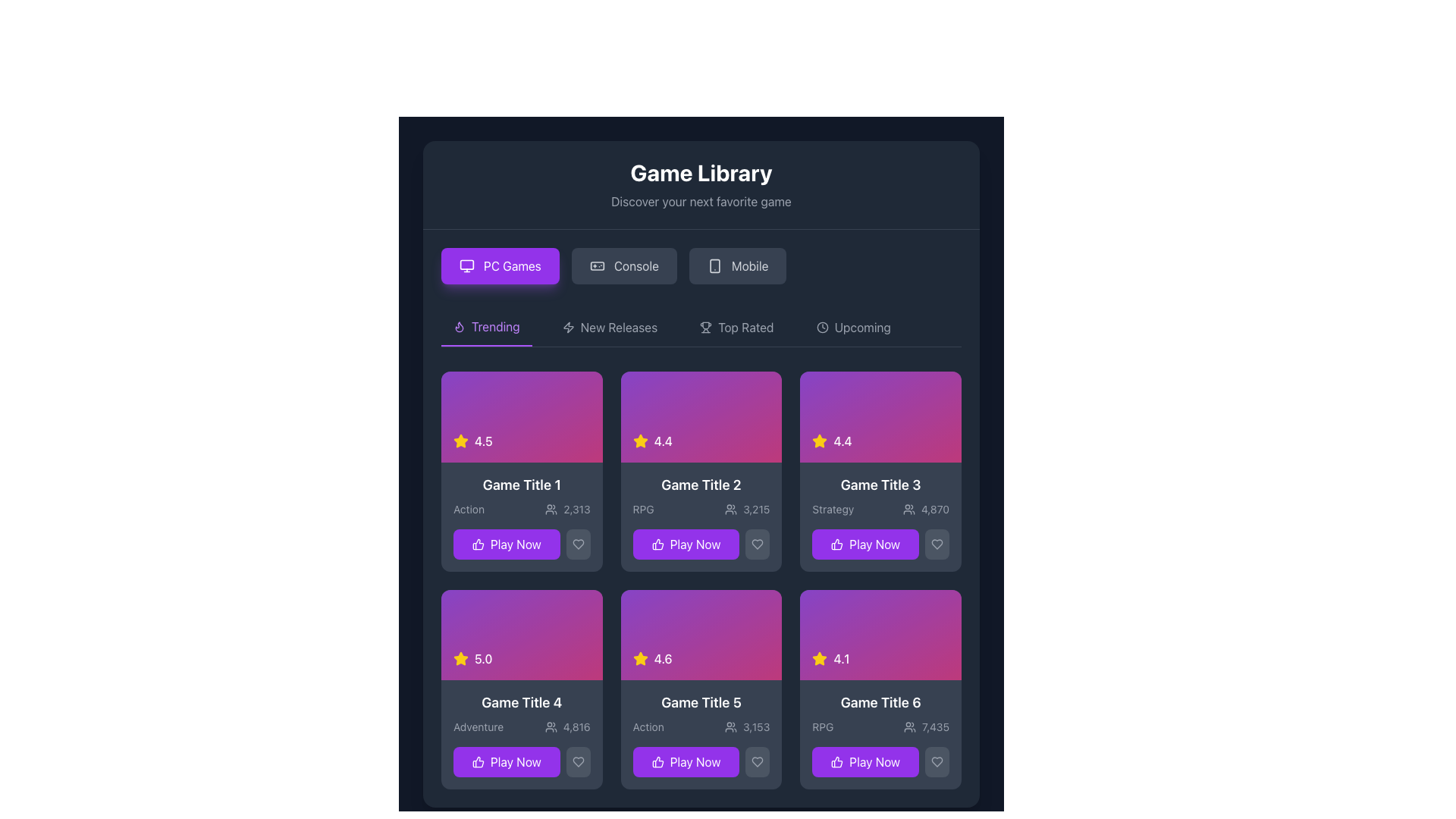 This screenshot has height=819, width=1456. Describe the element at coordinates (701, 516) in the screenshot. I see `title 'Game Title 2' or the description 'RPG' from the card element with a gray background and purple frame, located in the second card from the left in the top row of the game library section` at that location.